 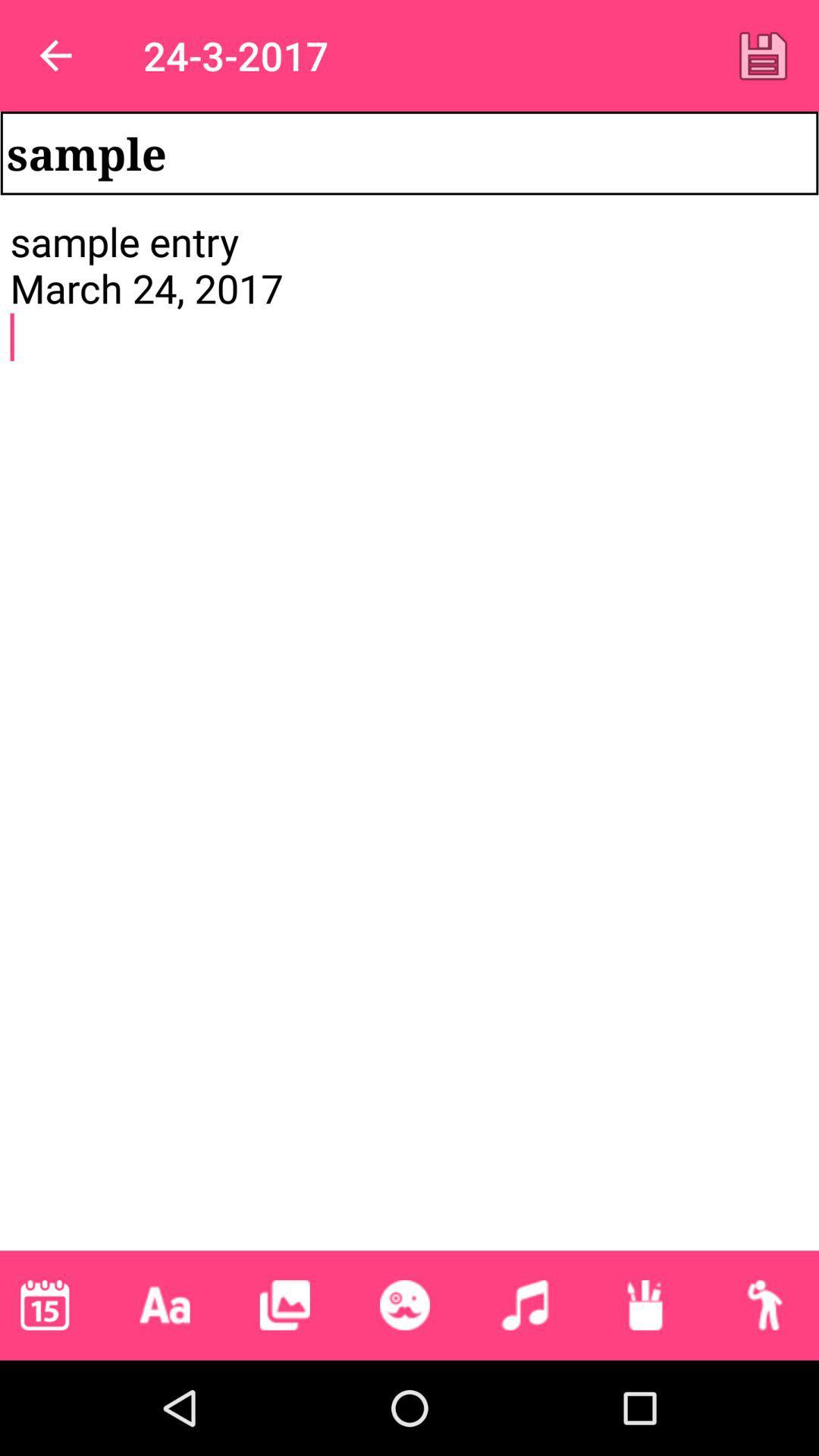 I want to click on the sixth button at the bottom of the page, so click(x=645, y=1304).